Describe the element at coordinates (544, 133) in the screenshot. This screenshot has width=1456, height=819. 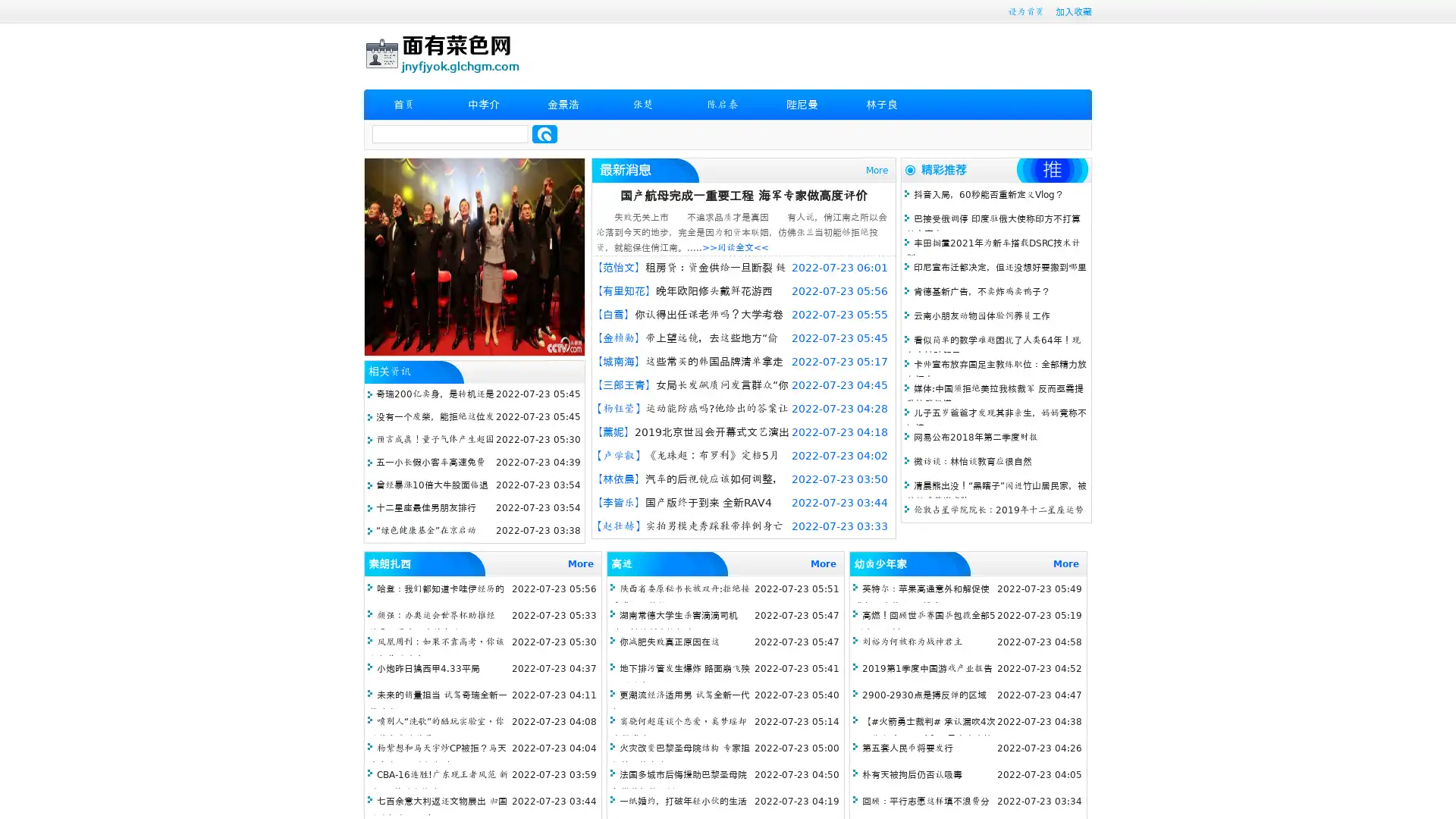
I see `Search` at that location.